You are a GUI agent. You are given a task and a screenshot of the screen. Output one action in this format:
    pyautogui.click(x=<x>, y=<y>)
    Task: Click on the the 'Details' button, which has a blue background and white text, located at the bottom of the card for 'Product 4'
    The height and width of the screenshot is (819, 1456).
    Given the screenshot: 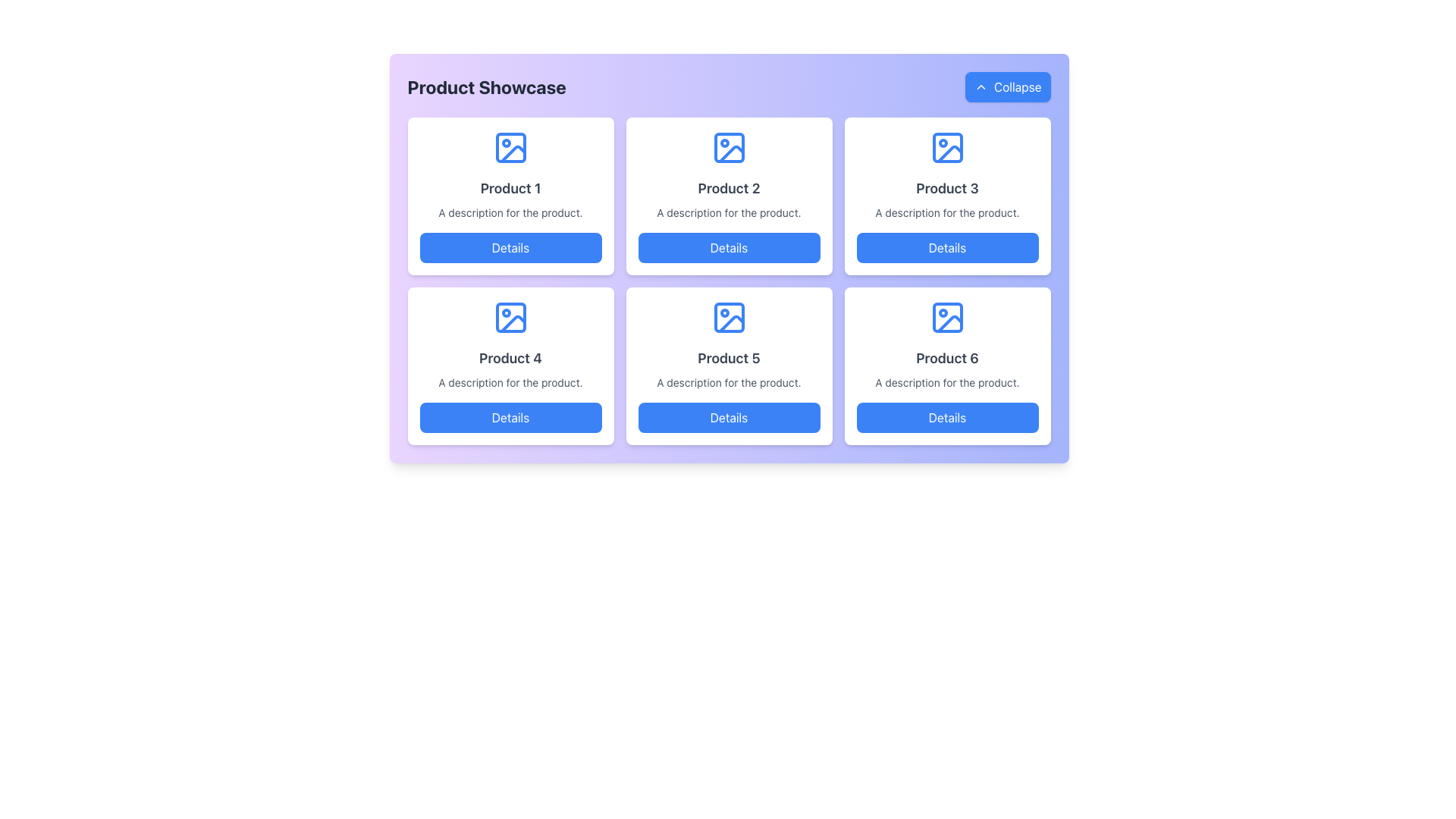 What is the action you would take?
    pyautogui.click(x=510, y=418)
    